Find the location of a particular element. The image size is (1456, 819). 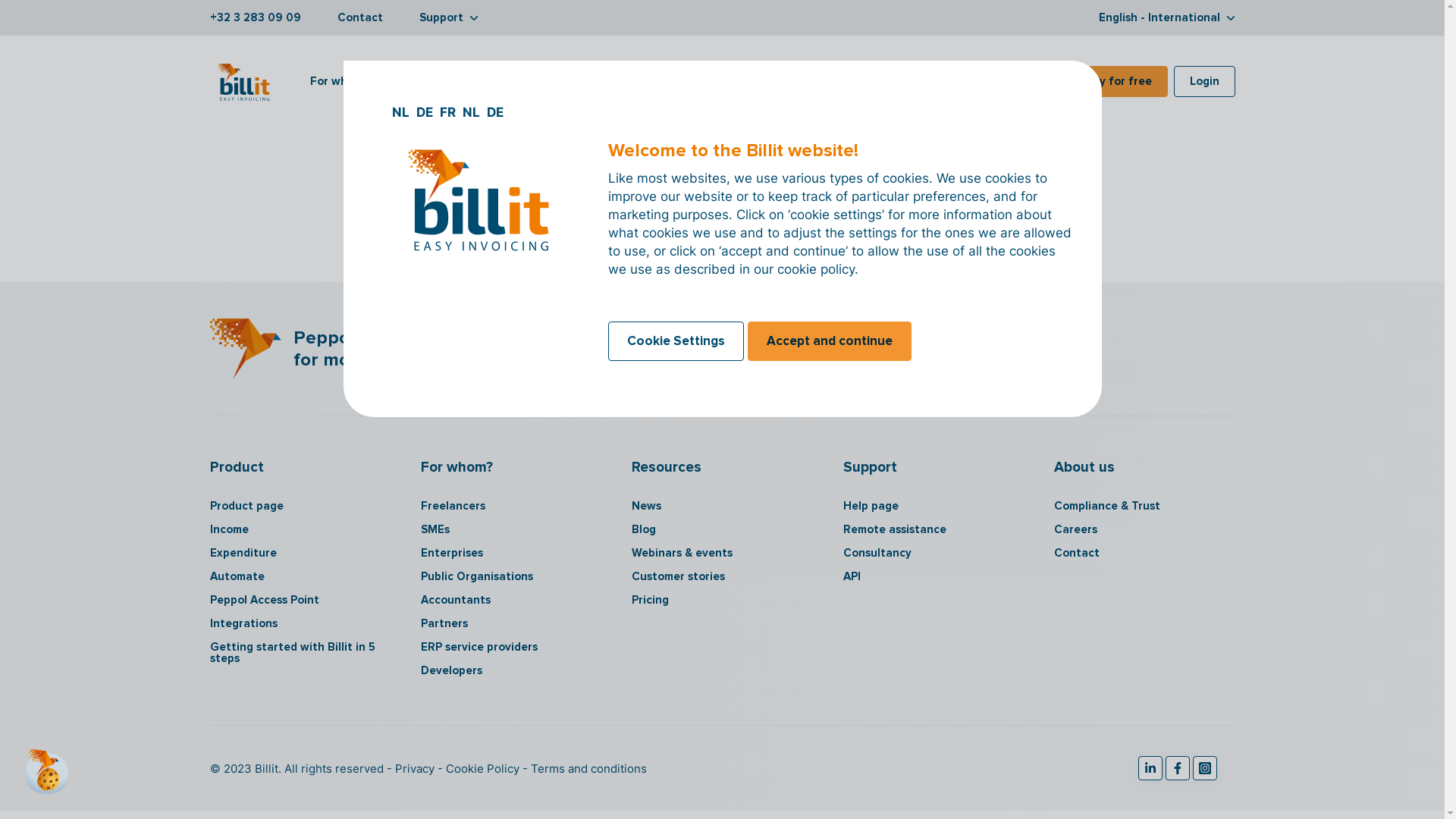

'For whom?' is located at coordinates (345, 81).